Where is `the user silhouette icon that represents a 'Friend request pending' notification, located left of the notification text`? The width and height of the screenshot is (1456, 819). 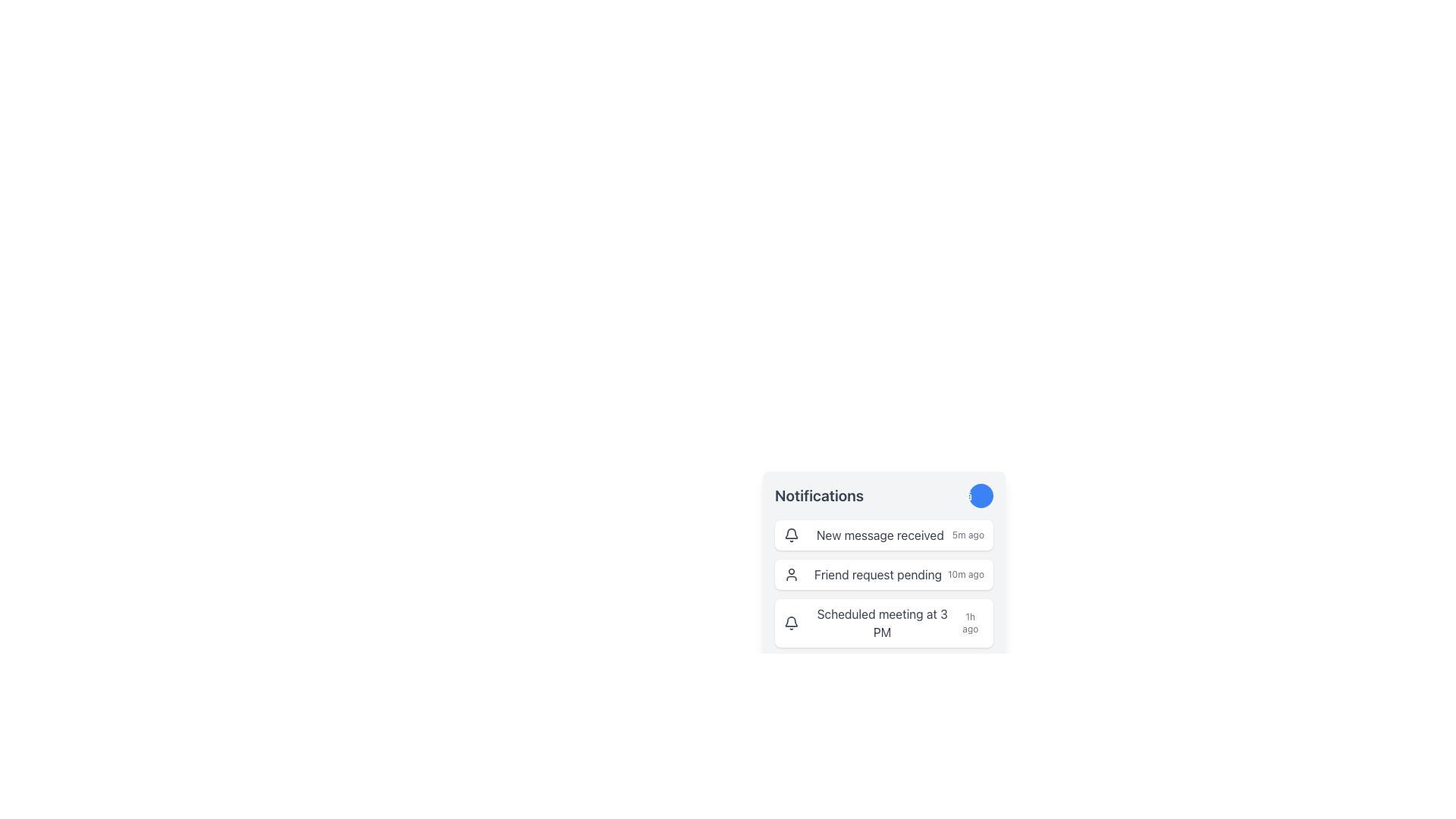 the user silhouette icon that represents a 'Friend request pending' notification, located left of the notification text is located at coordinates (790, 575).